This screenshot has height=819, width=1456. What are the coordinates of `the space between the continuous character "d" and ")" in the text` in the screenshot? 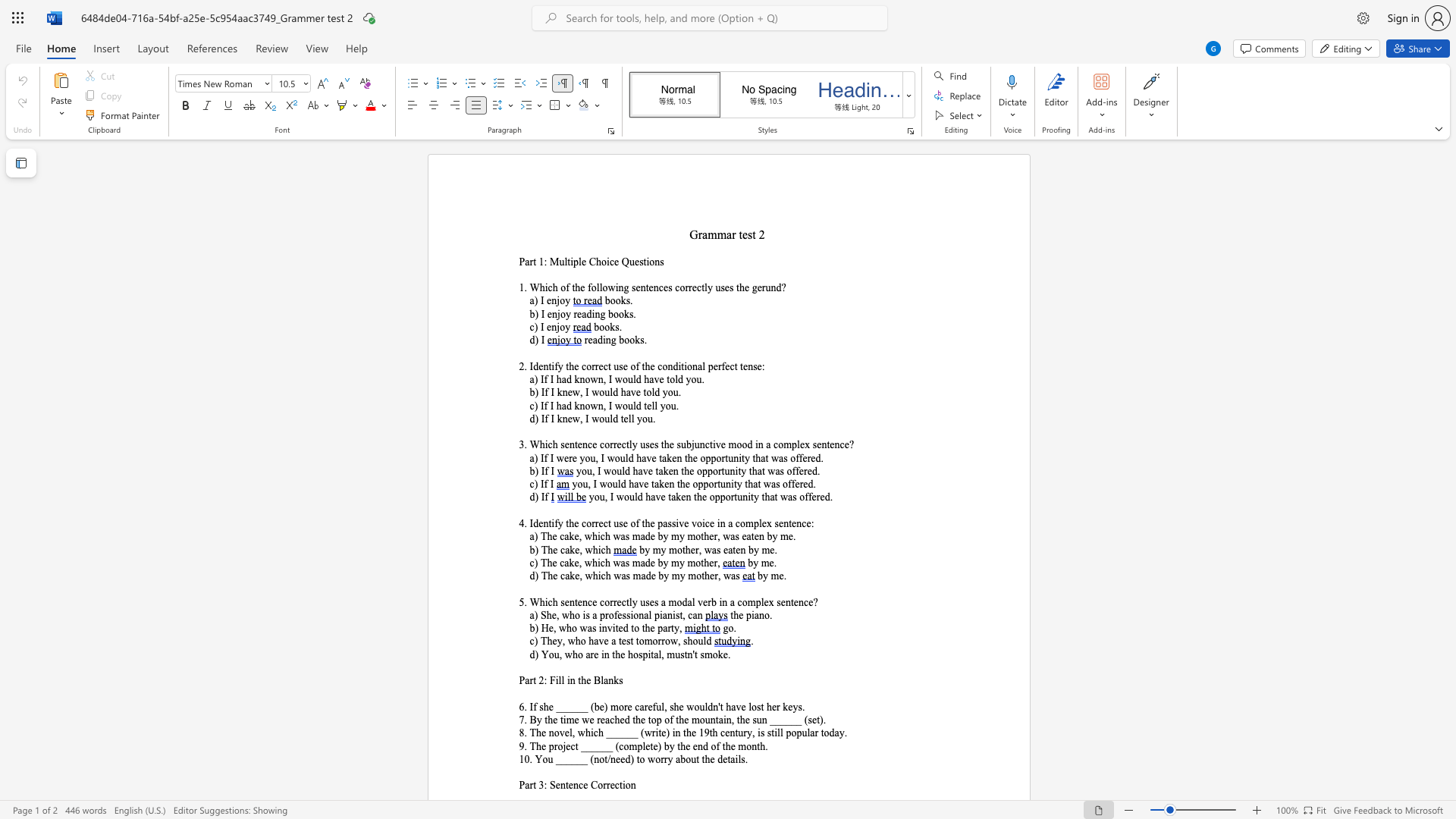 It's located at (629, 759).